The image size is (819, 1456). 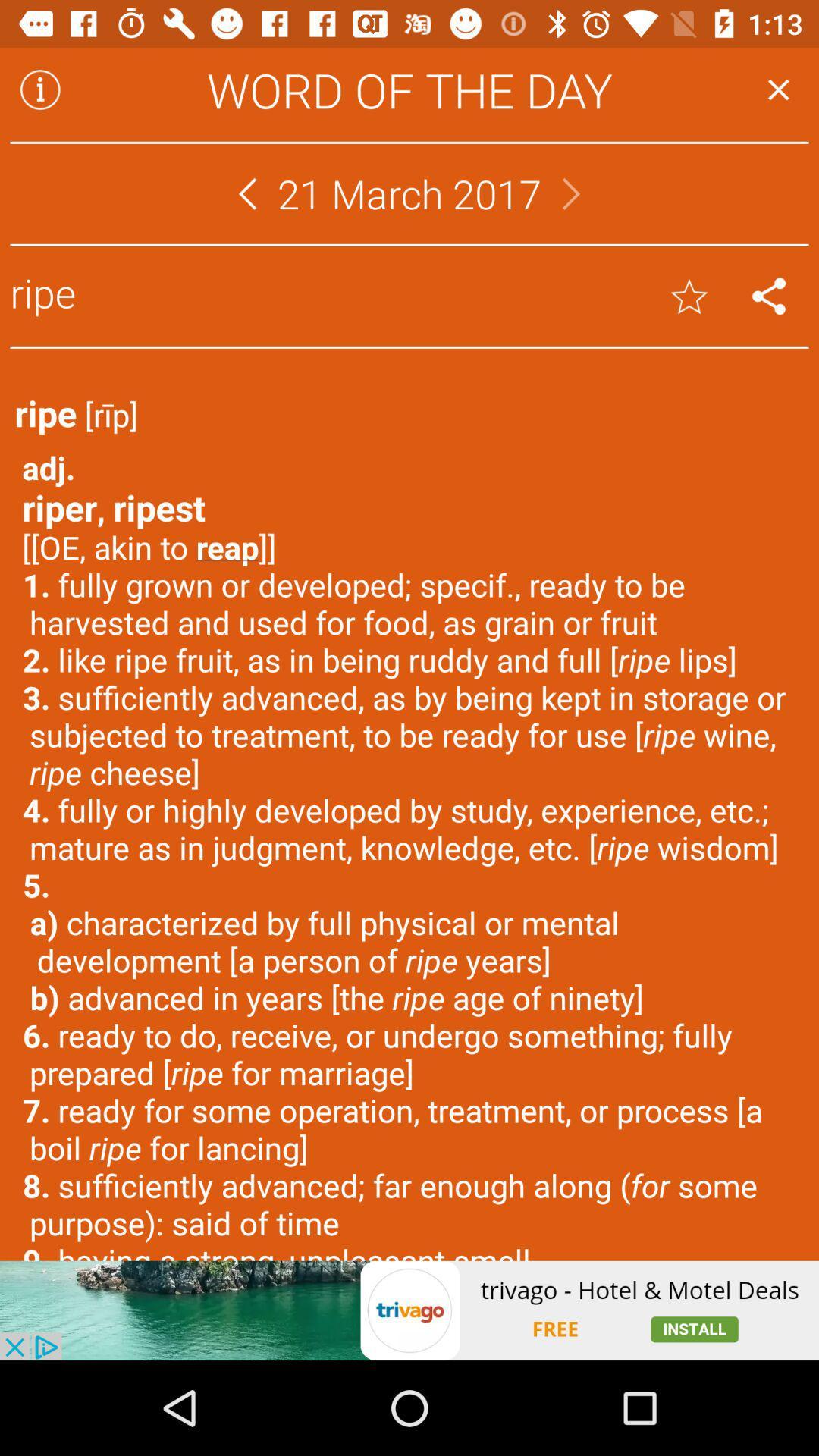 What do you see at coordinates (409, 1310) in the screenshot?
I see `advertisement image` at bounding box center [409, 1310].